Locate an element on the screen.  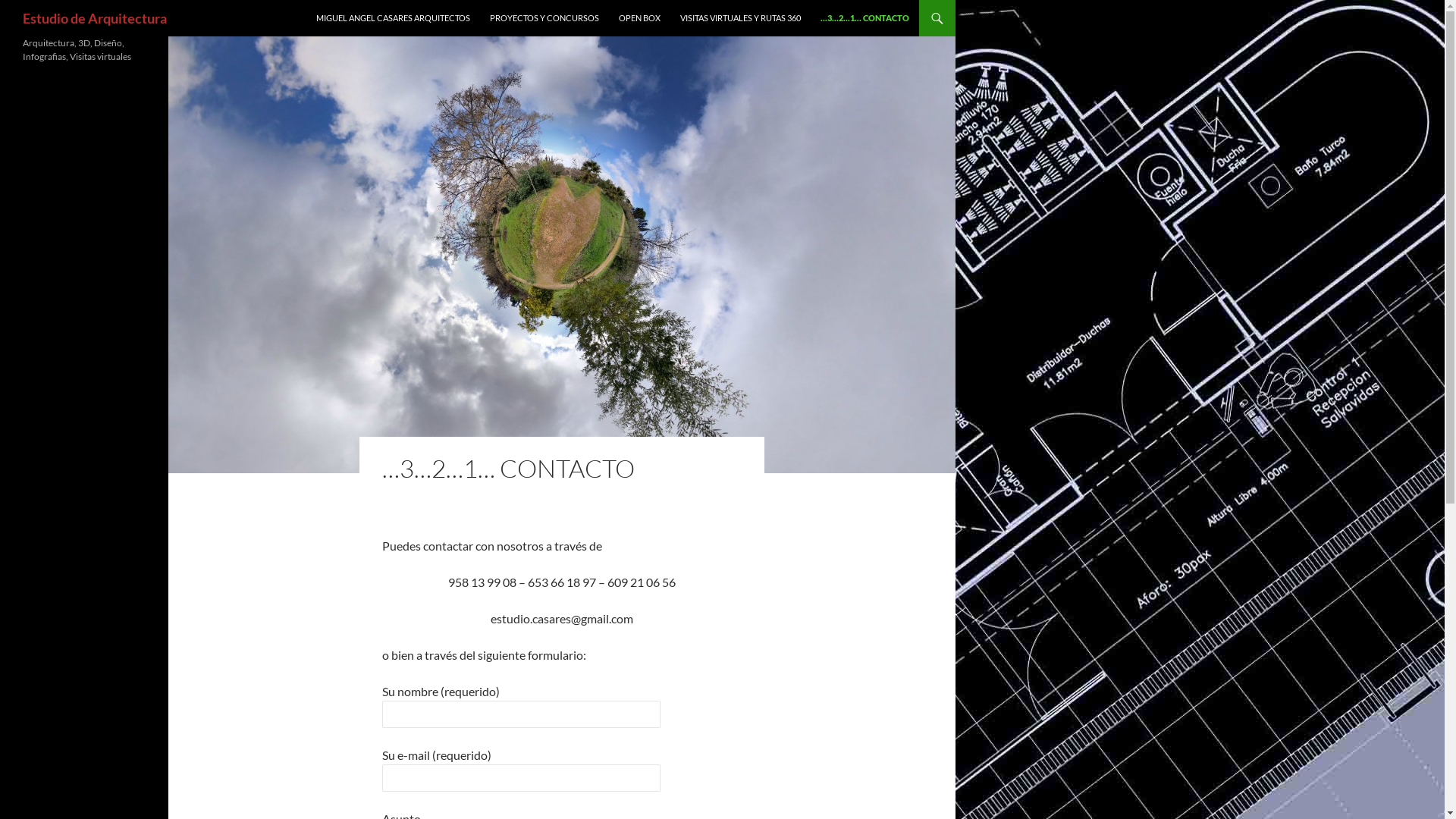
'OPEN BOX' is located at coordinates (639, 17).